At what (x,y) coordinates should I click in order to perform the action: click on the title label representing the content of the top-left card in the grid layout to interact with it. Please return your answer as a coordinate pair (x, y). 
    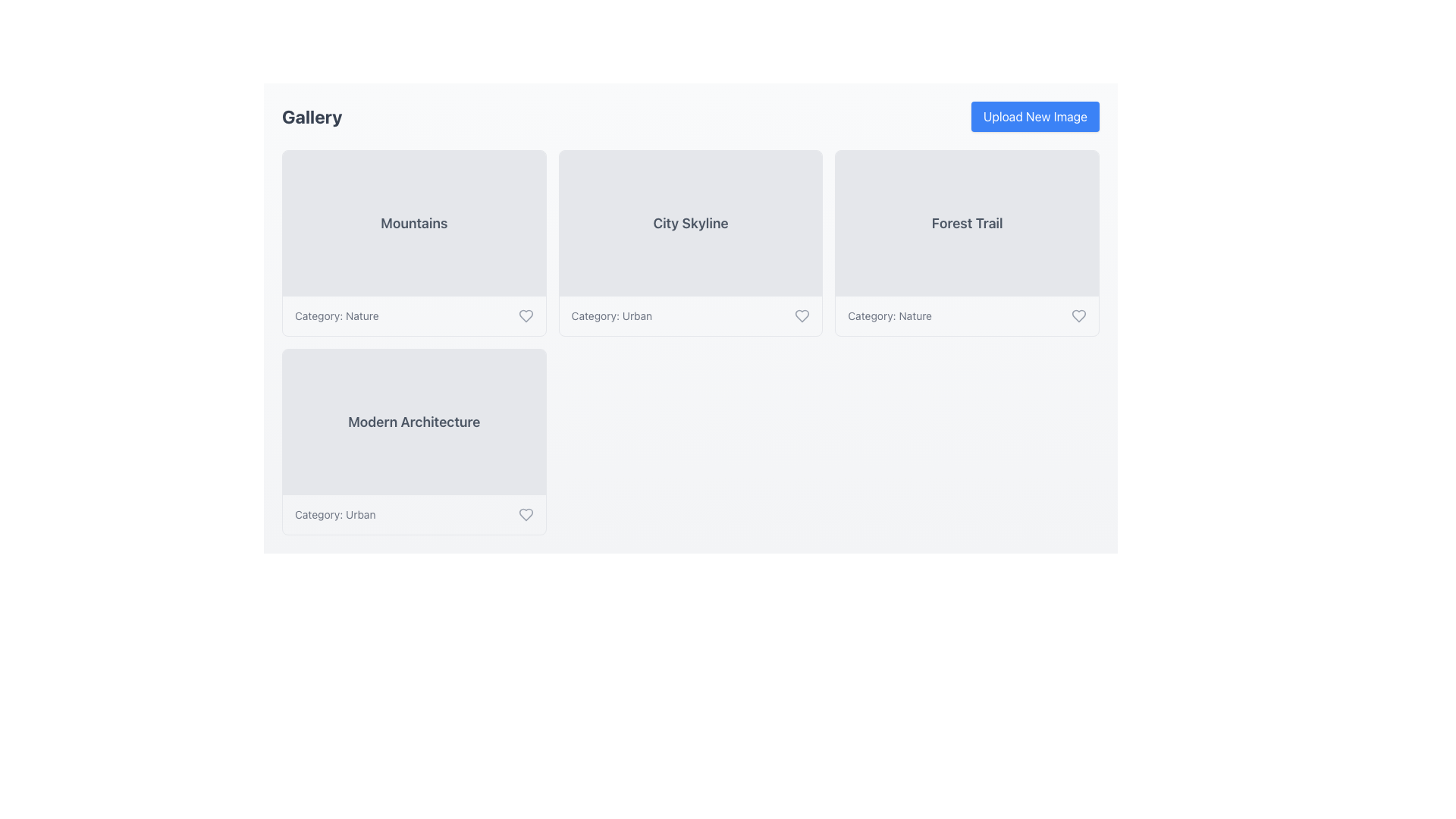
    Looking at the image, I should click on (414, 223).